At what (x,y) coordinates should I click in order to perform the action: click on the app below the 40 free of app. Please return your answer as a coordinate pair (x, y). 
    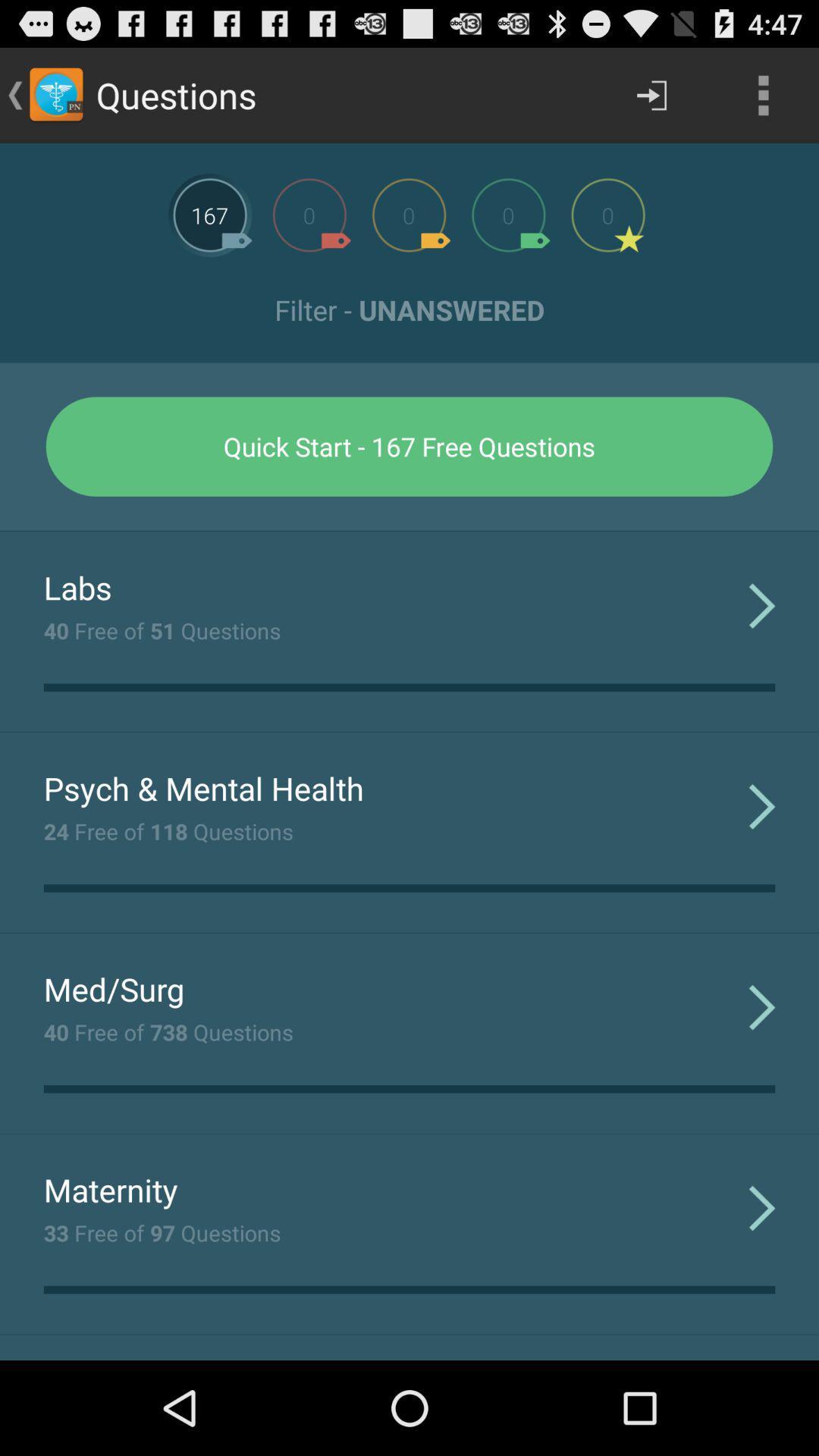
    Looking at the image, I should click on (202, 788).